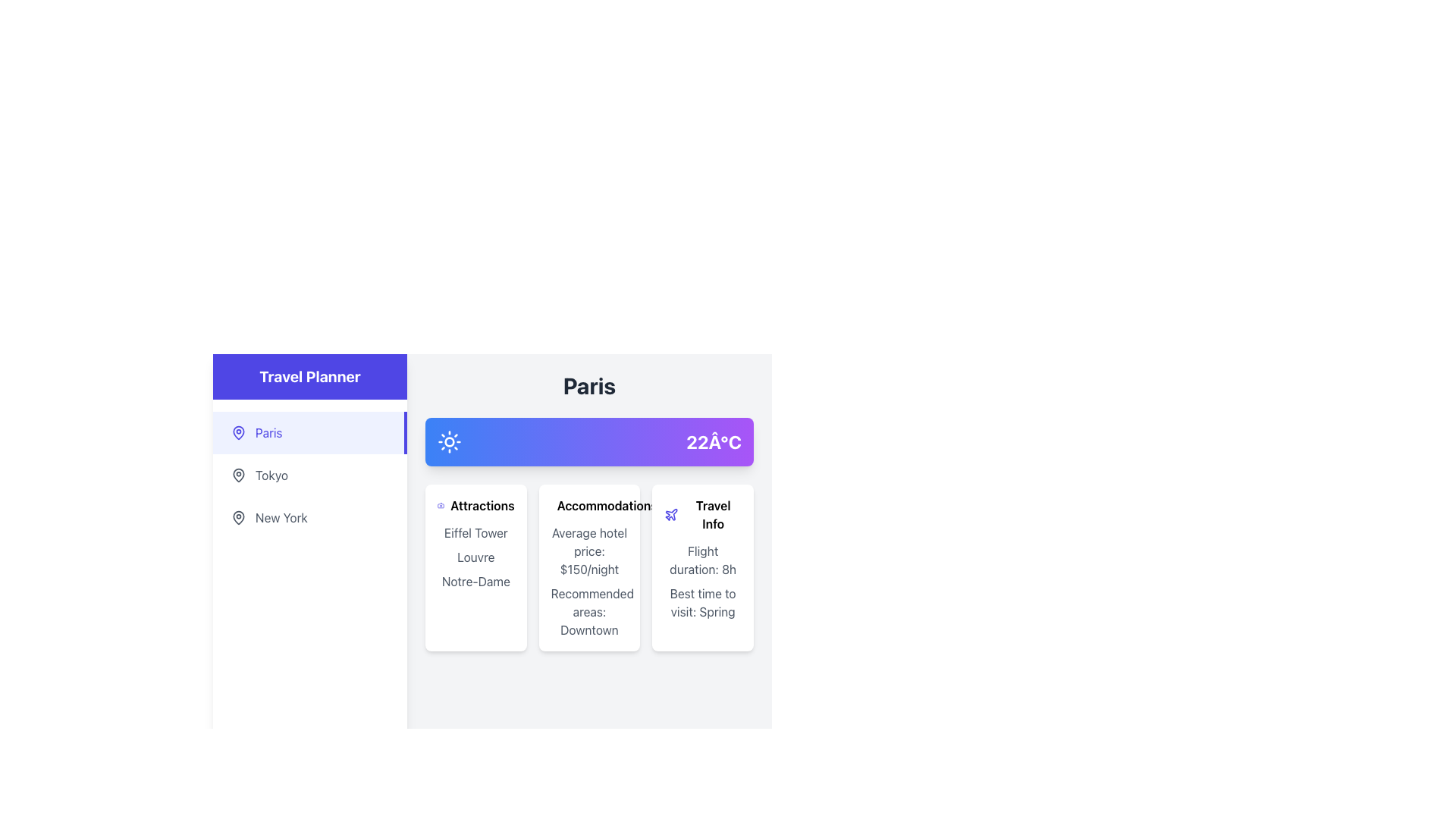  I want to click on small indigo plane icon located to the left of the 'Travel Info' text in the interface, so click(670, 513).